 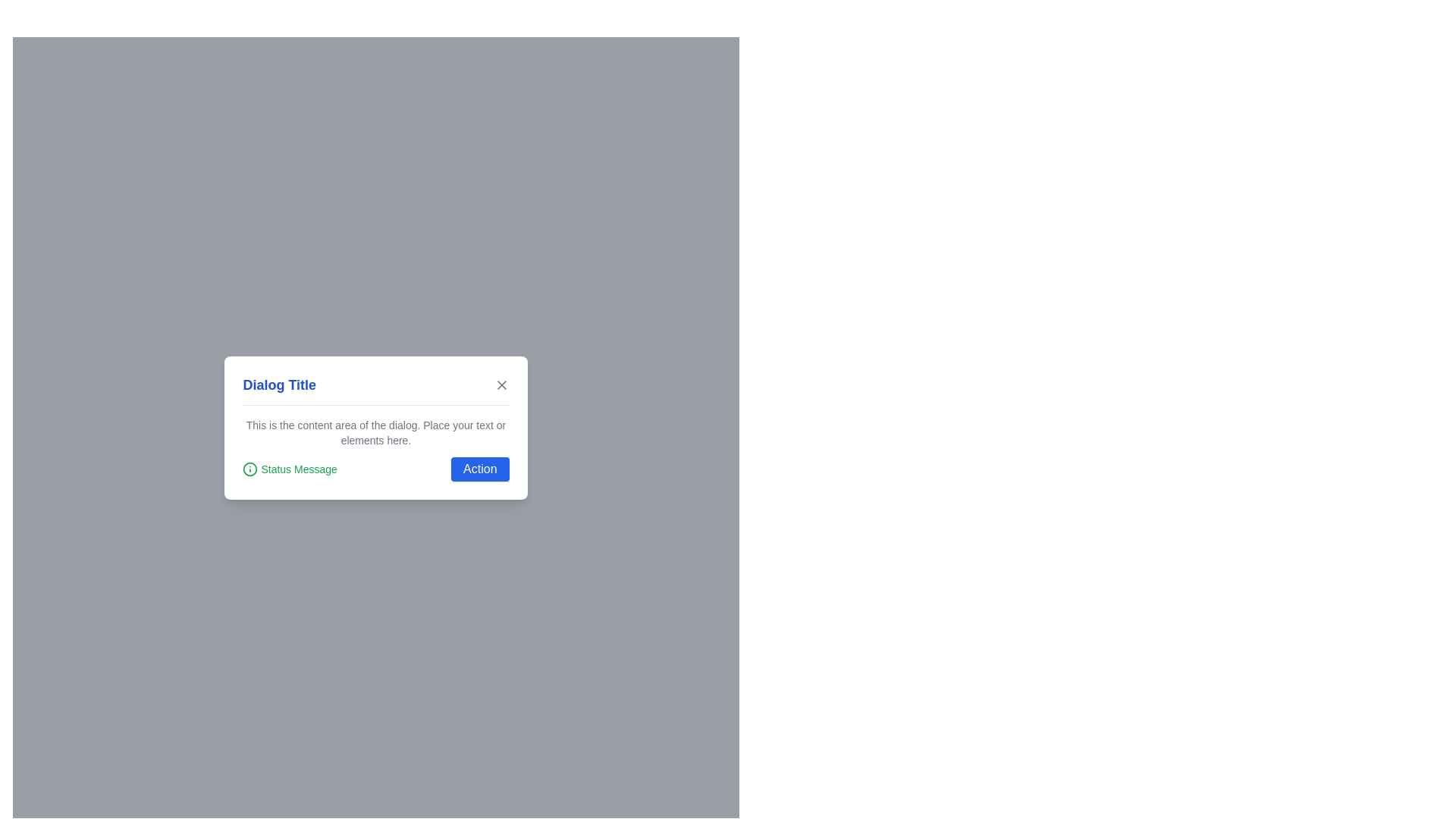 I want to click on text of the 'Dialog Title' label, which is bold, medium-sized, and blue in color, located at the top-left corner of the dialog box, so click(x=279, y=384).